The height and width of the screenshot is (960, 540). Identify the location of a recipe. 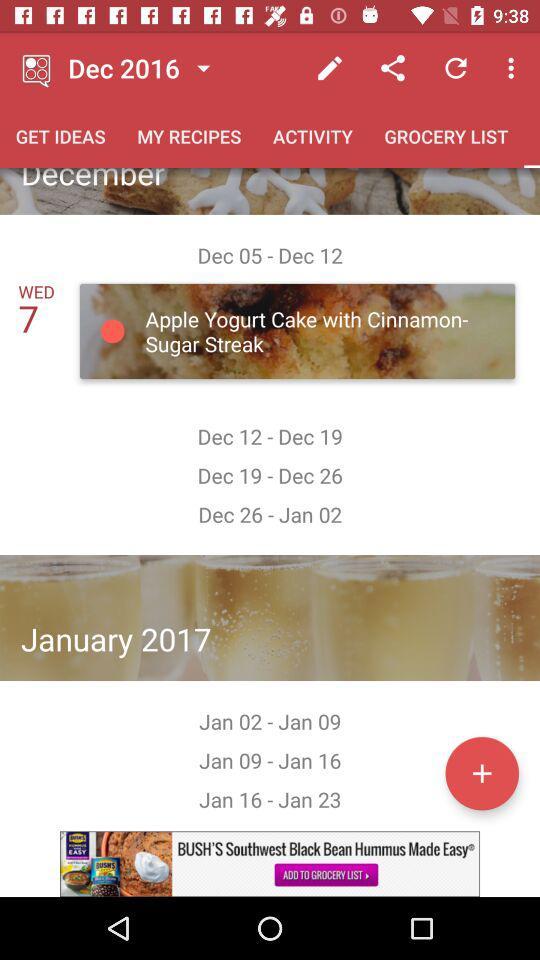
(481, 772).